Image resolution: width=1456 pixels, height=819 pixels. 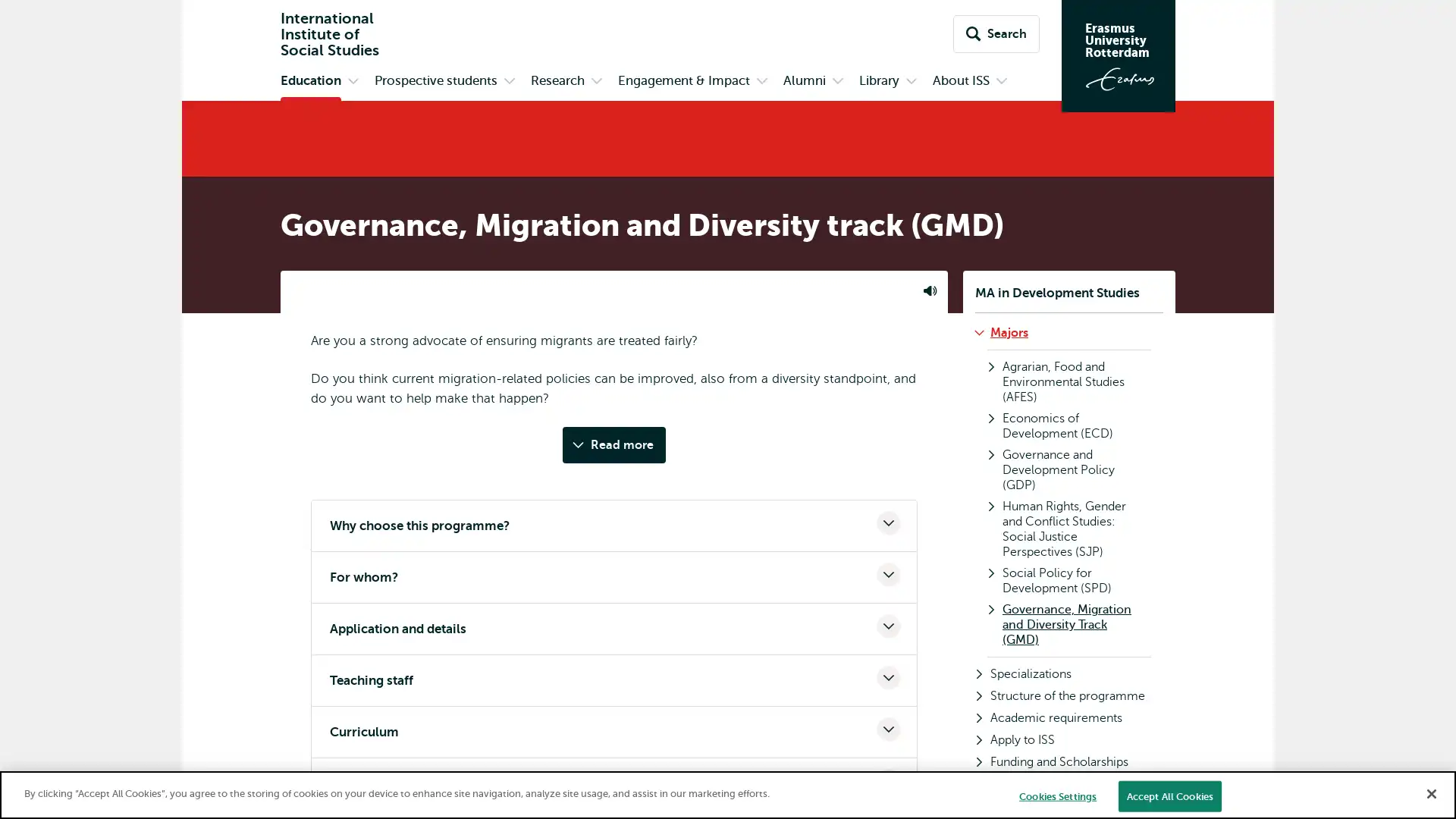 I want to click on Teaching staff, so click(x=614, y=679).